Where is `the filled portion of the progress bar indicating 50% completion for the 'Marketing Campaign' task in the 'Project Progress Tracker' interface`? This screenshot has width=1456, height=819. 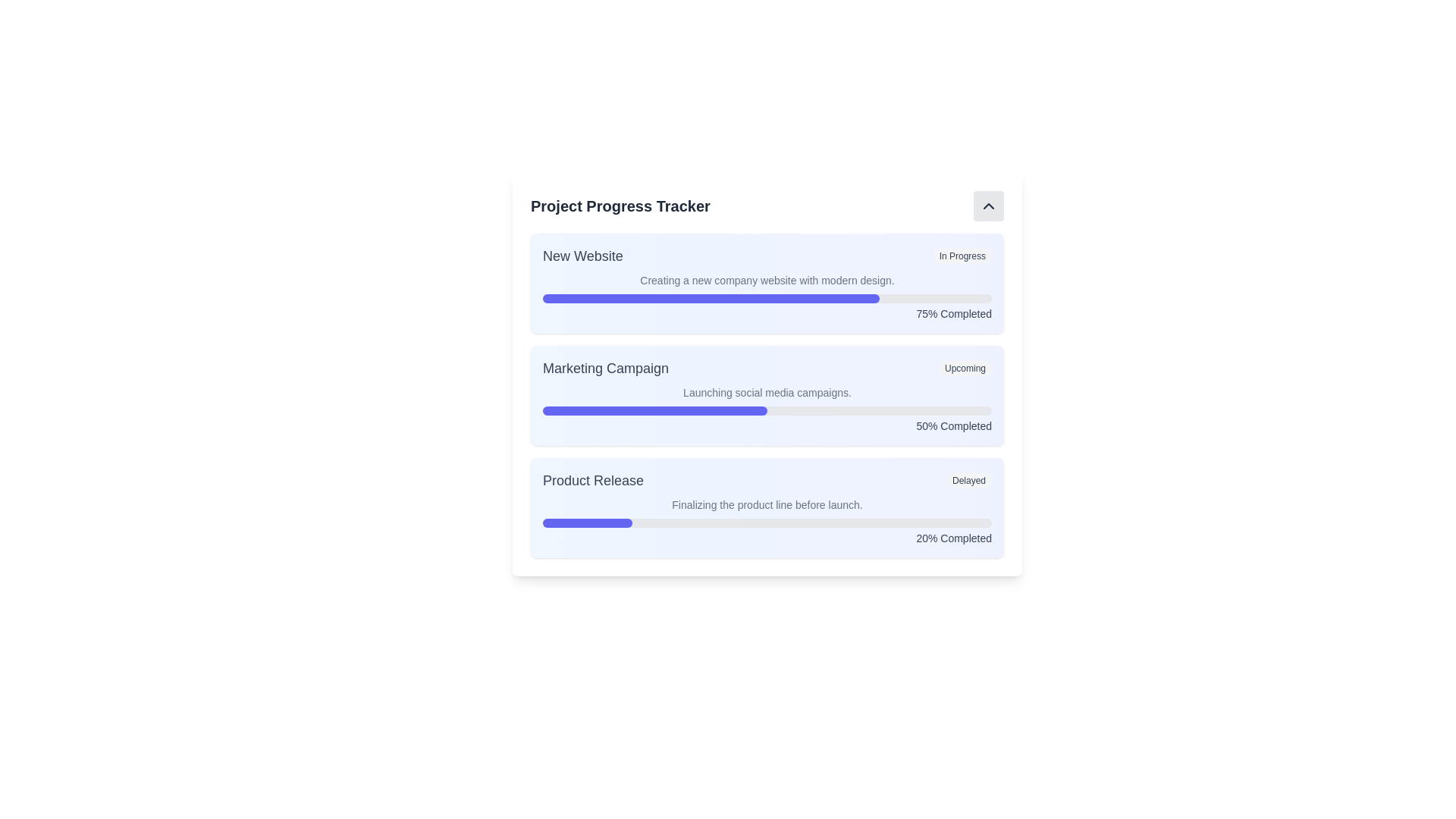 the filled portion of the progress bar indicating 50% completion for the 'Marketing Campaign' task in the 'Project Progress Tracker' interface is located at coordinates (655, 411).